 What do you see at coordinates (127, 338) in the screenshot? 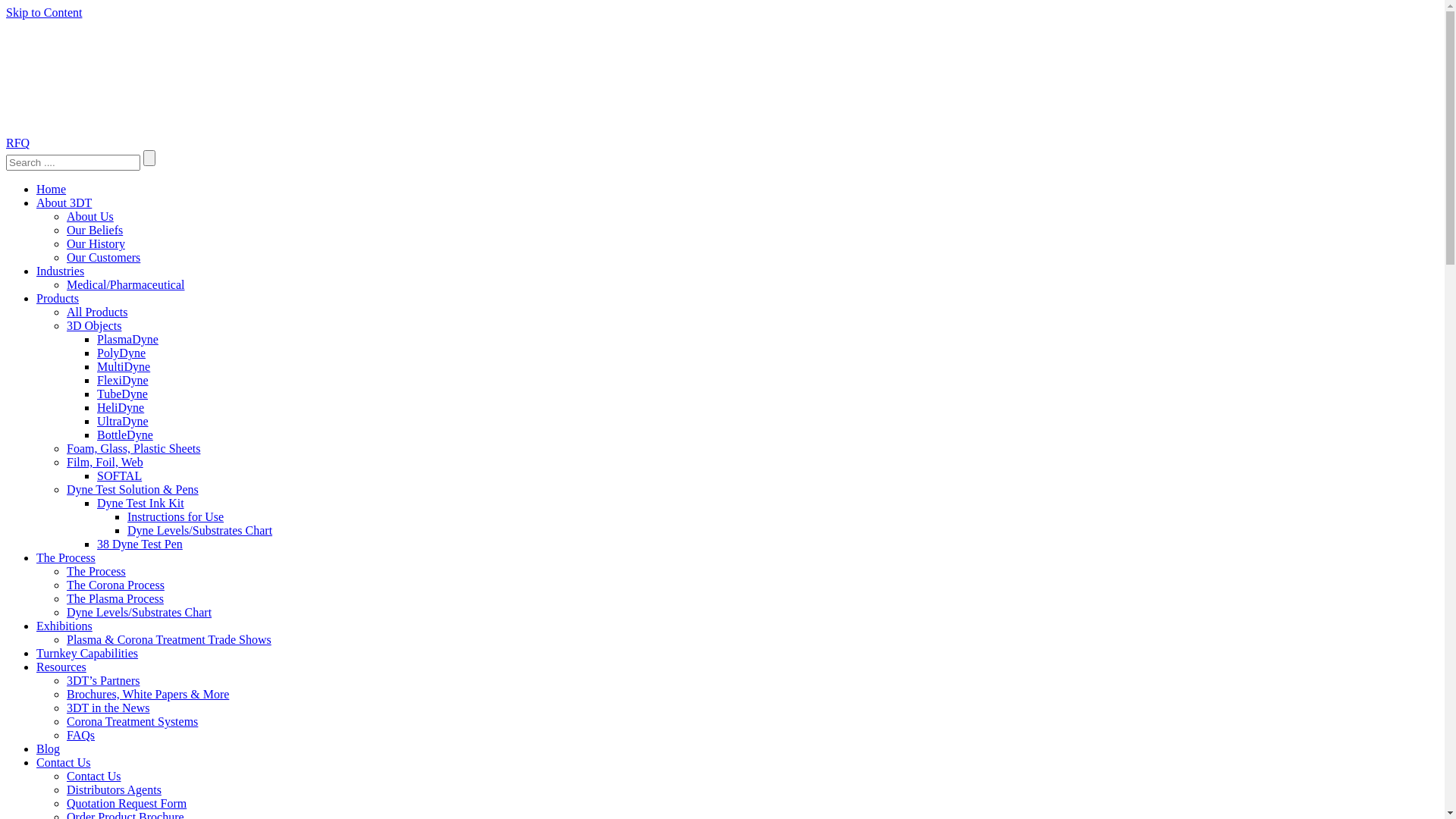
I see `'PlasmaDyne'` at bounding box center [127, 338].